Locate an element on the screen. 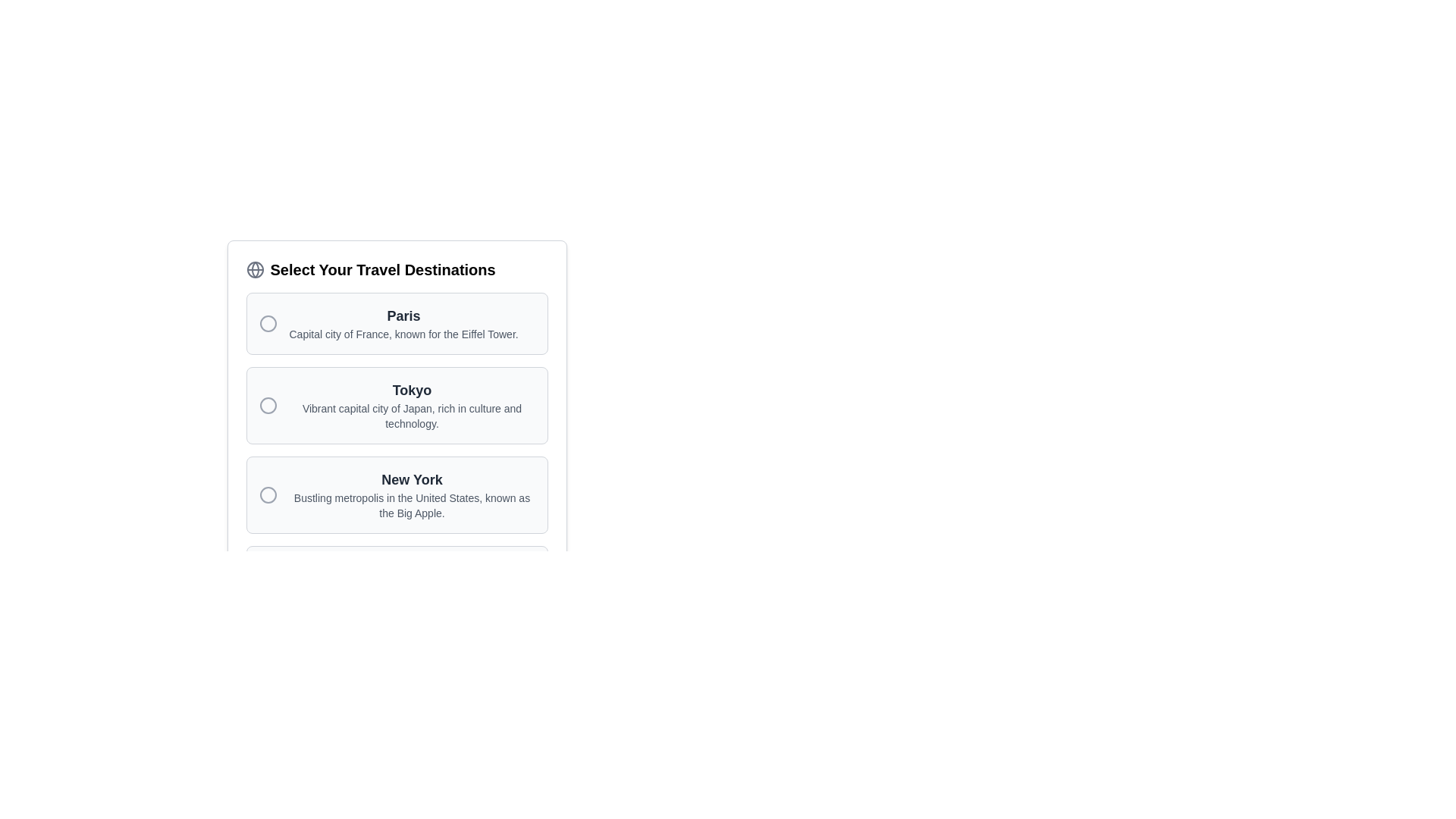  textual content of the Card option with the associated radio button that is the second item in a vertical list of travel destination cards, located between 'Paris' and 'New York' is located at coordinates (397, 405).